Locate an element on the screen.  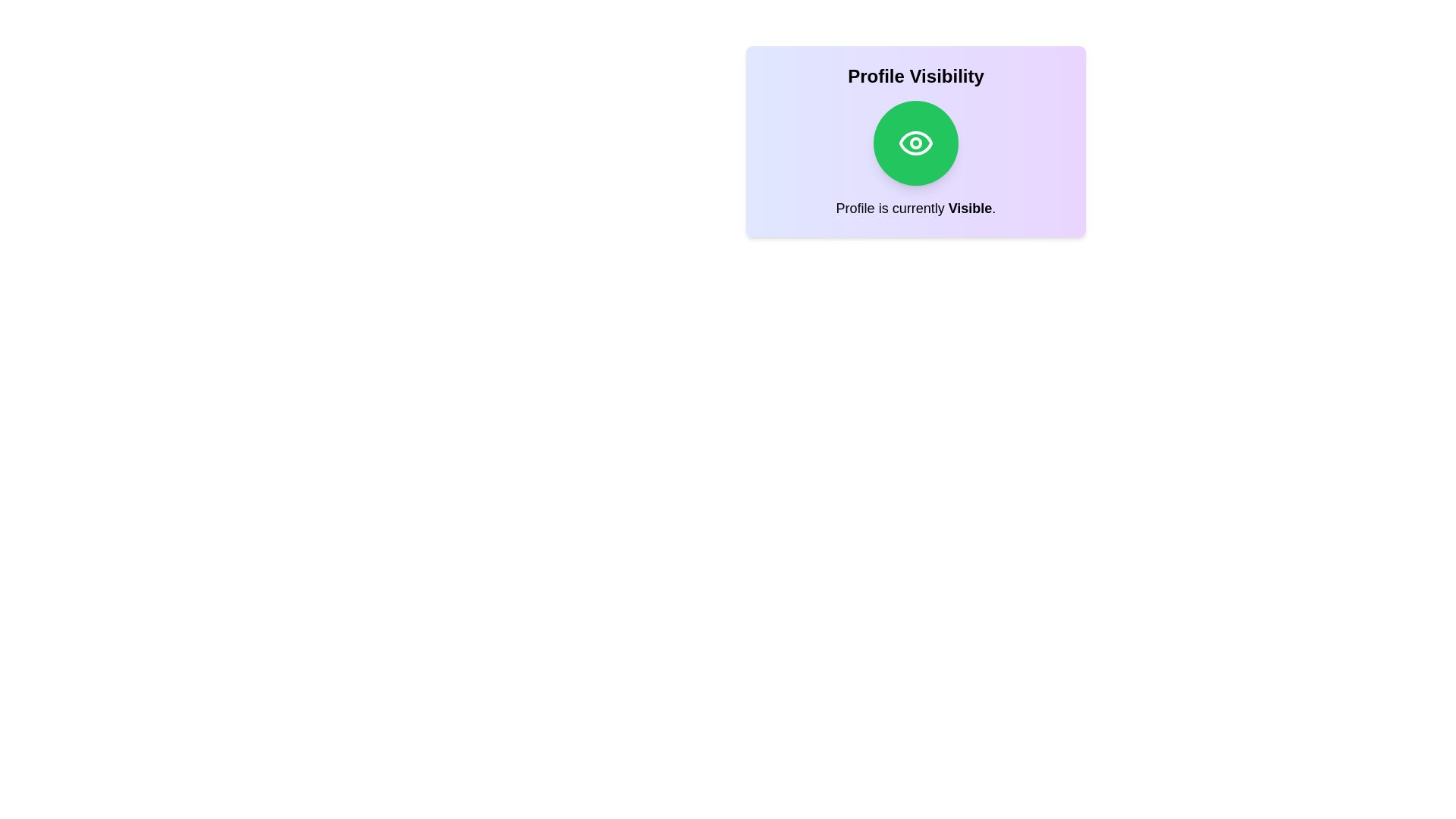
the visibility toggle button to change the profile visibility state is located at coordinates (915, 143).